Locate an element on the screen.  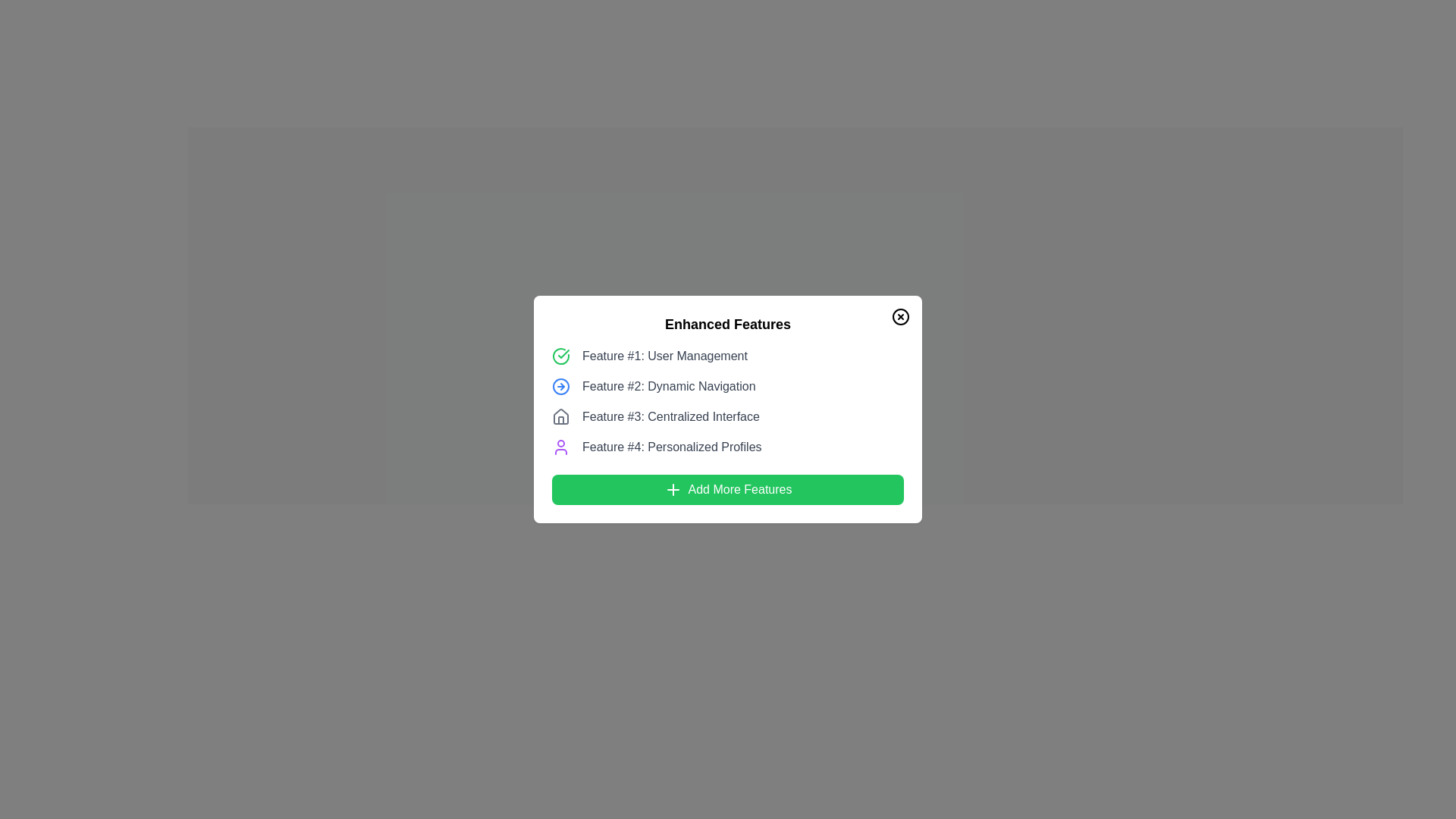
the Label with icon that features a green circular checkmark and the text 'Feature #1: User Management', located at the top of the feature list in the modal dialogue is located at coordinates (728, 356).